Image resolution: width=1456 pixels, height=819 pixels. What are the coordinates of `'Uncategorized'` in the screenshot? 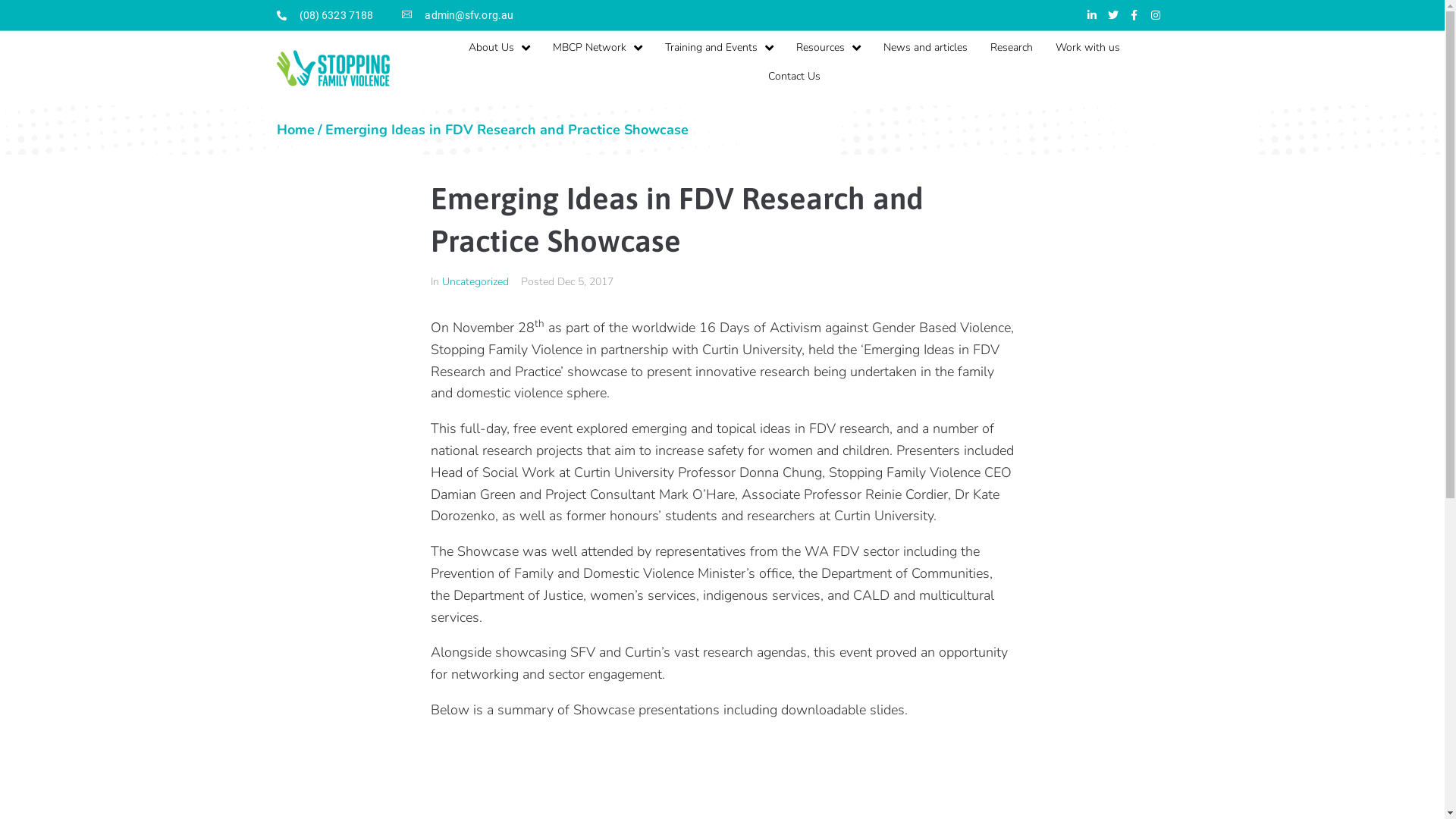 It's located at (440, 281).